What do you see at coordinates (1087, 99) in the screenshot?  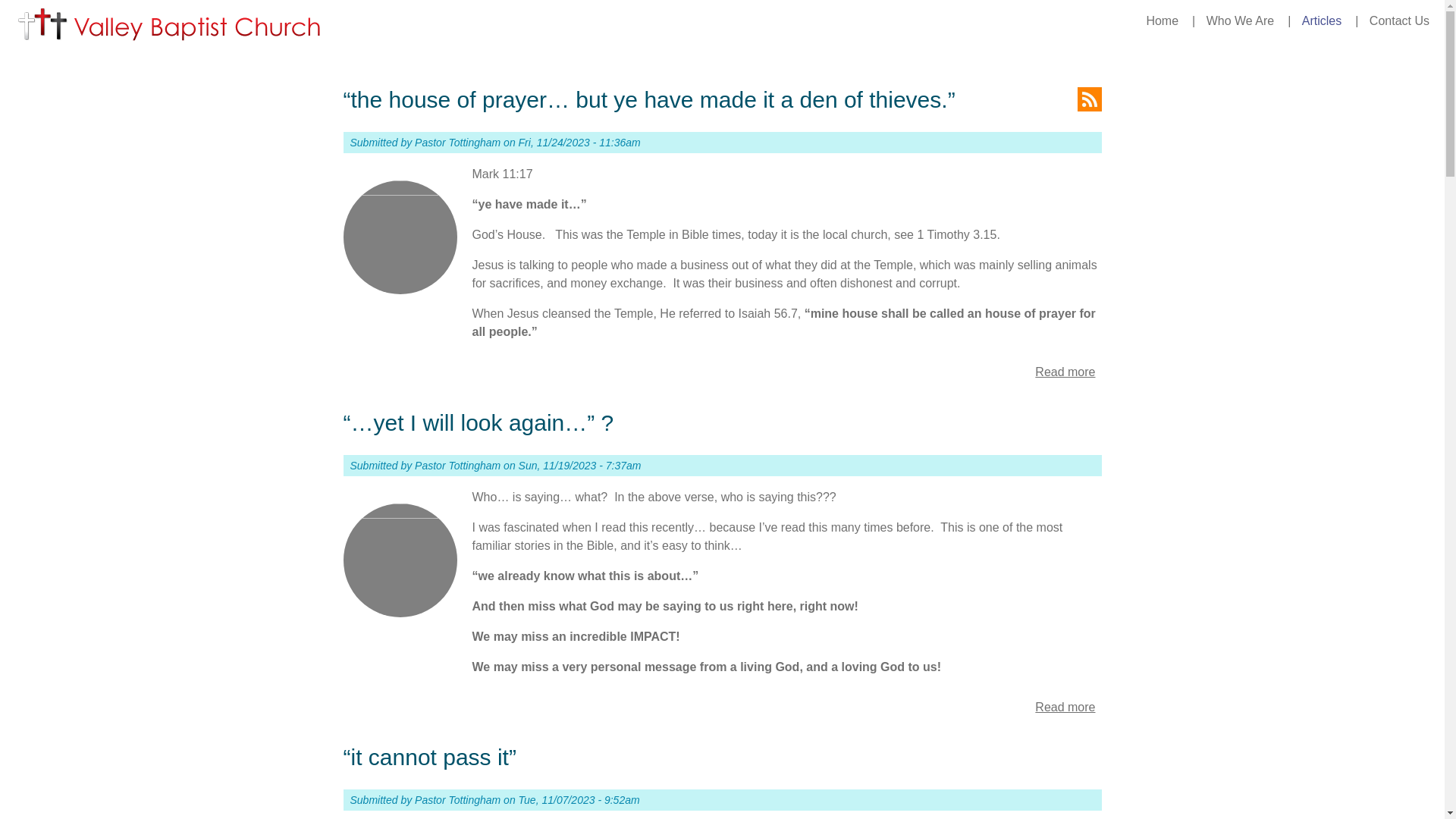 I see `' '` at bounding box center [1087, 99].